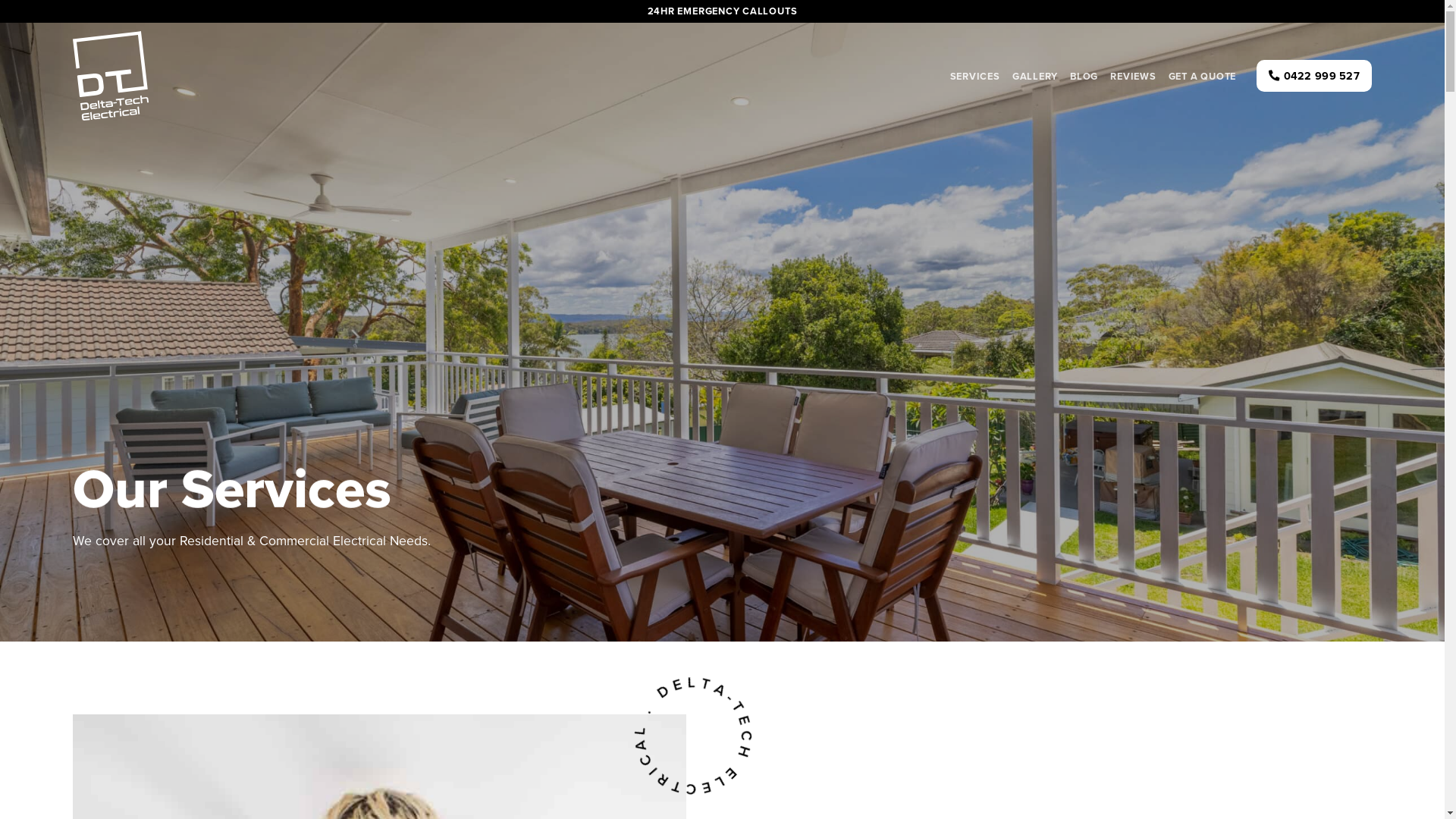 This screenshot has height=819, width=1456. Describe the element at coordinates (1313, 76) in the screenshot. I see `'0422 999 527'` at that location.